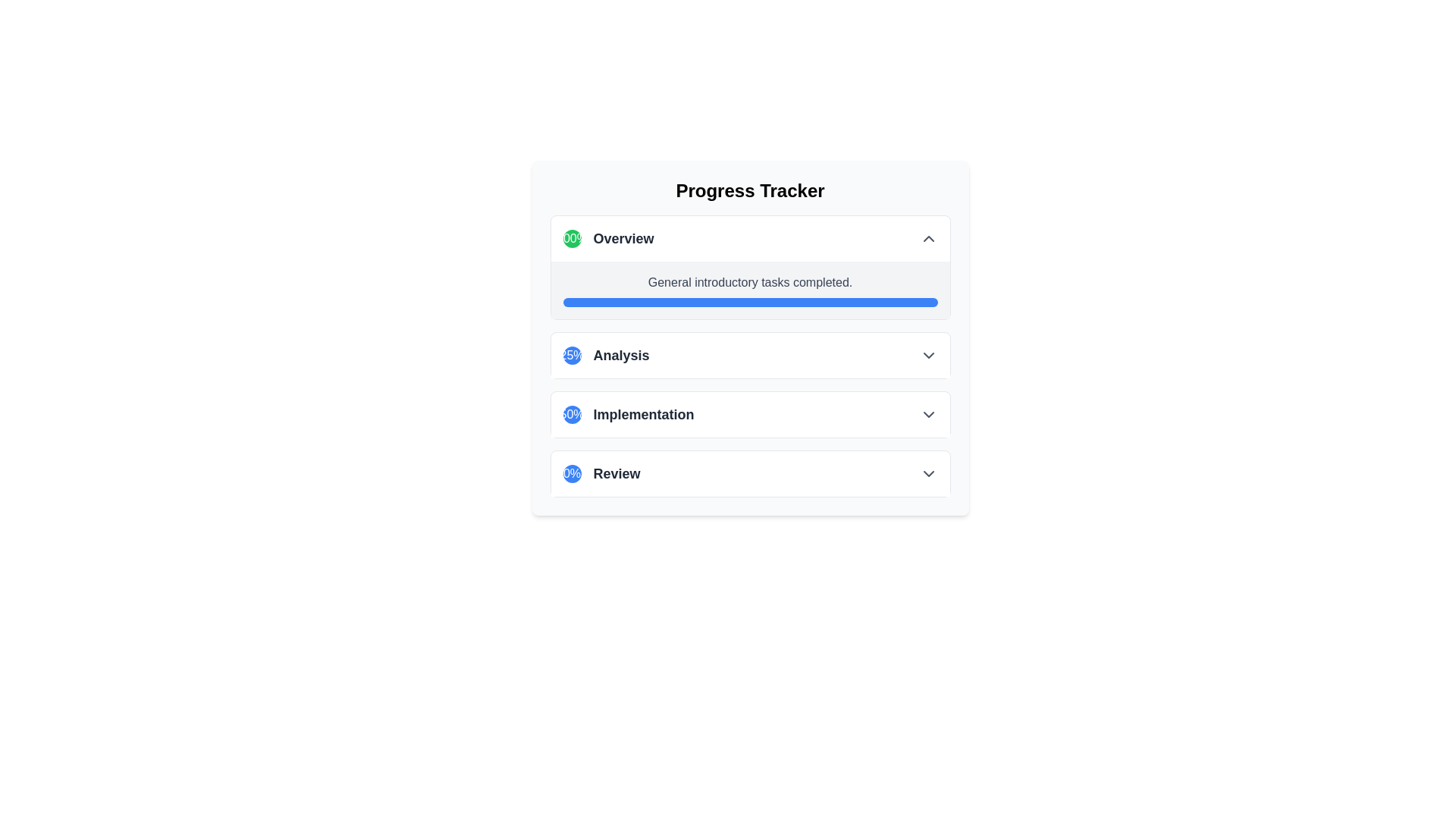 Image resolution: width=1456 pixels, height=819 pixels. What do you see at coordinates (571, 356) in the screenshot?
I see `details associated with the Progress Indicator Badge located on the left side of the 'Analysis' text in the 'Progress Tracker' card` at bounding box center [571, 356].